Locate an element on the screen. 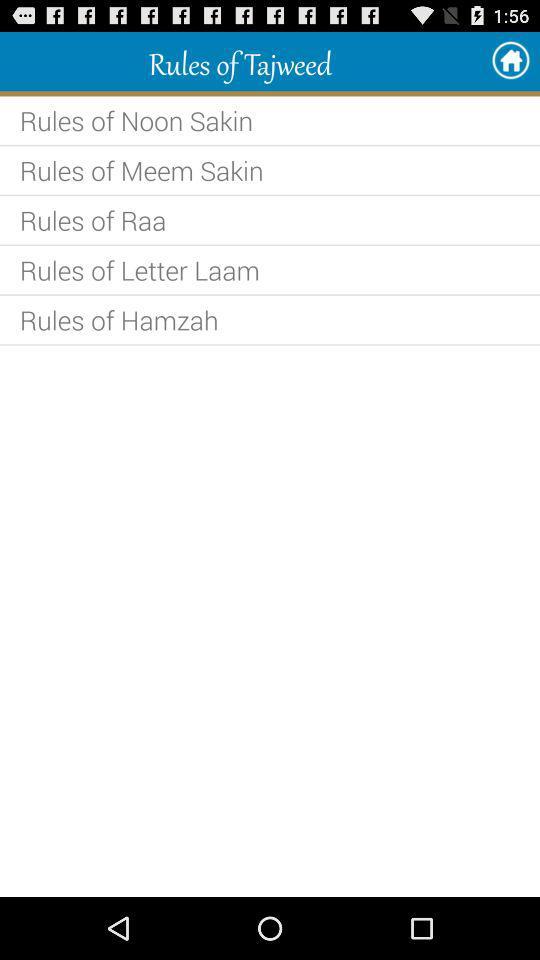 The image size is (540, 960). the item to the right of the rules of tajweed app is located at coordinates (510, 61).